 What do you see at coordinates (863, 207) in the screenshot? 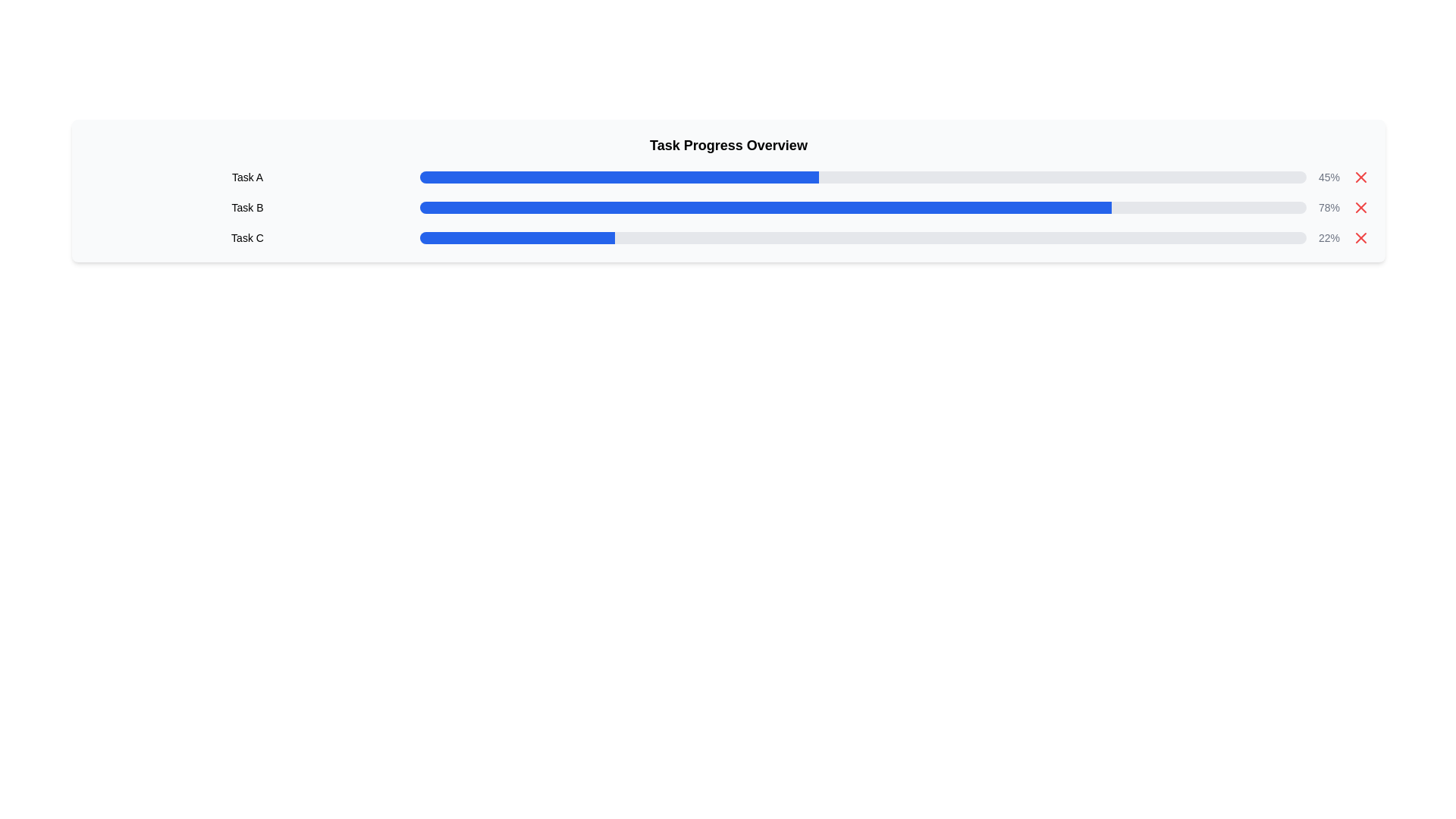
I see `the progress bar representing 'Task B,' which visually indicates 78% completion and is the second item in the list of progress bars` at bounding box center [863, 207].